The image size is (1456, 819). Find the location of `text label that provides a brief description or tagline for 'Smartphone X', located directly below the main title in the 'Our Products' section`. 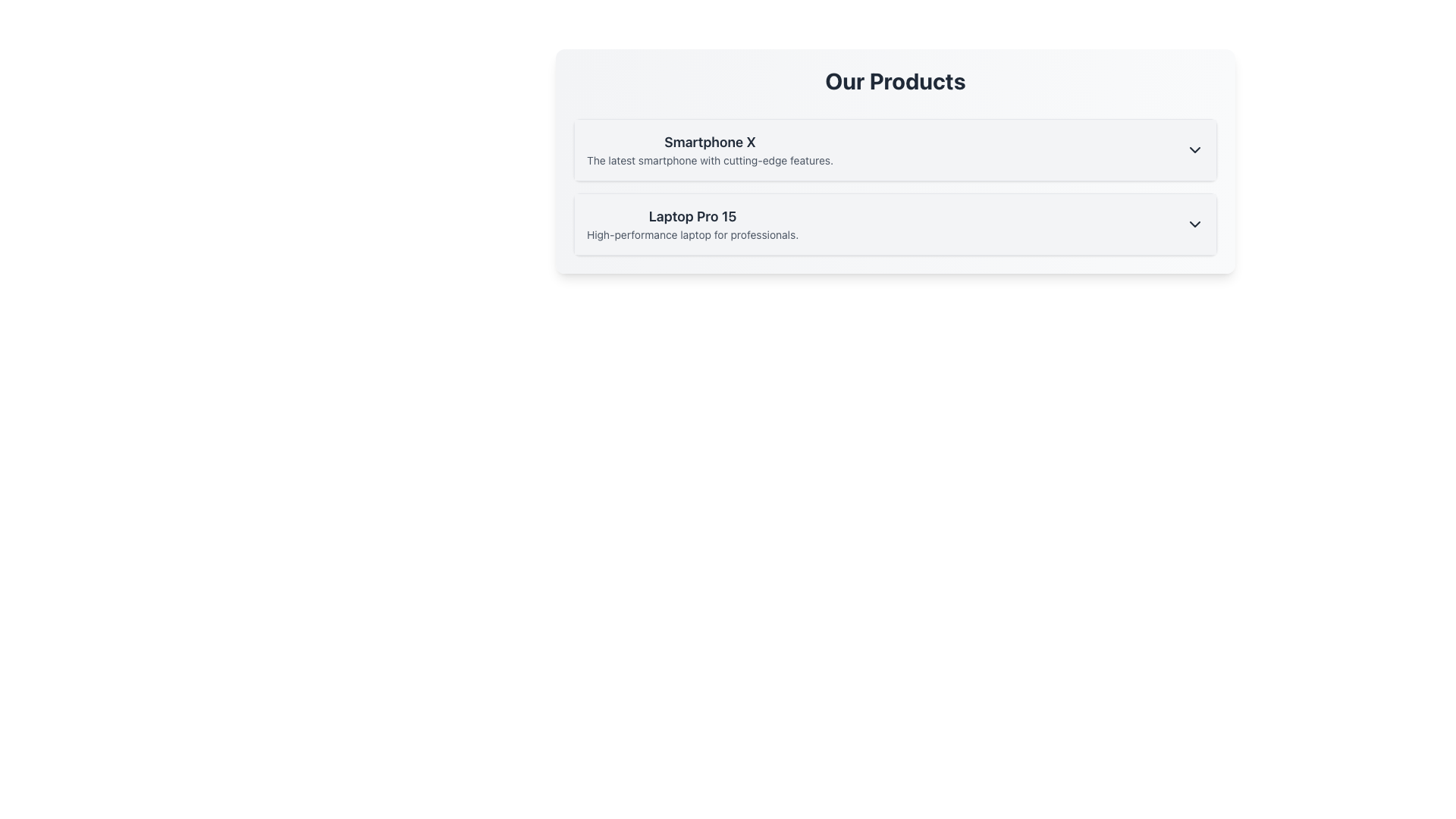

text label that provides a brief description or tagline for 'Smartphone X', located directly below the main title in the 'Our Products' section is located at coordinates (709, 161).